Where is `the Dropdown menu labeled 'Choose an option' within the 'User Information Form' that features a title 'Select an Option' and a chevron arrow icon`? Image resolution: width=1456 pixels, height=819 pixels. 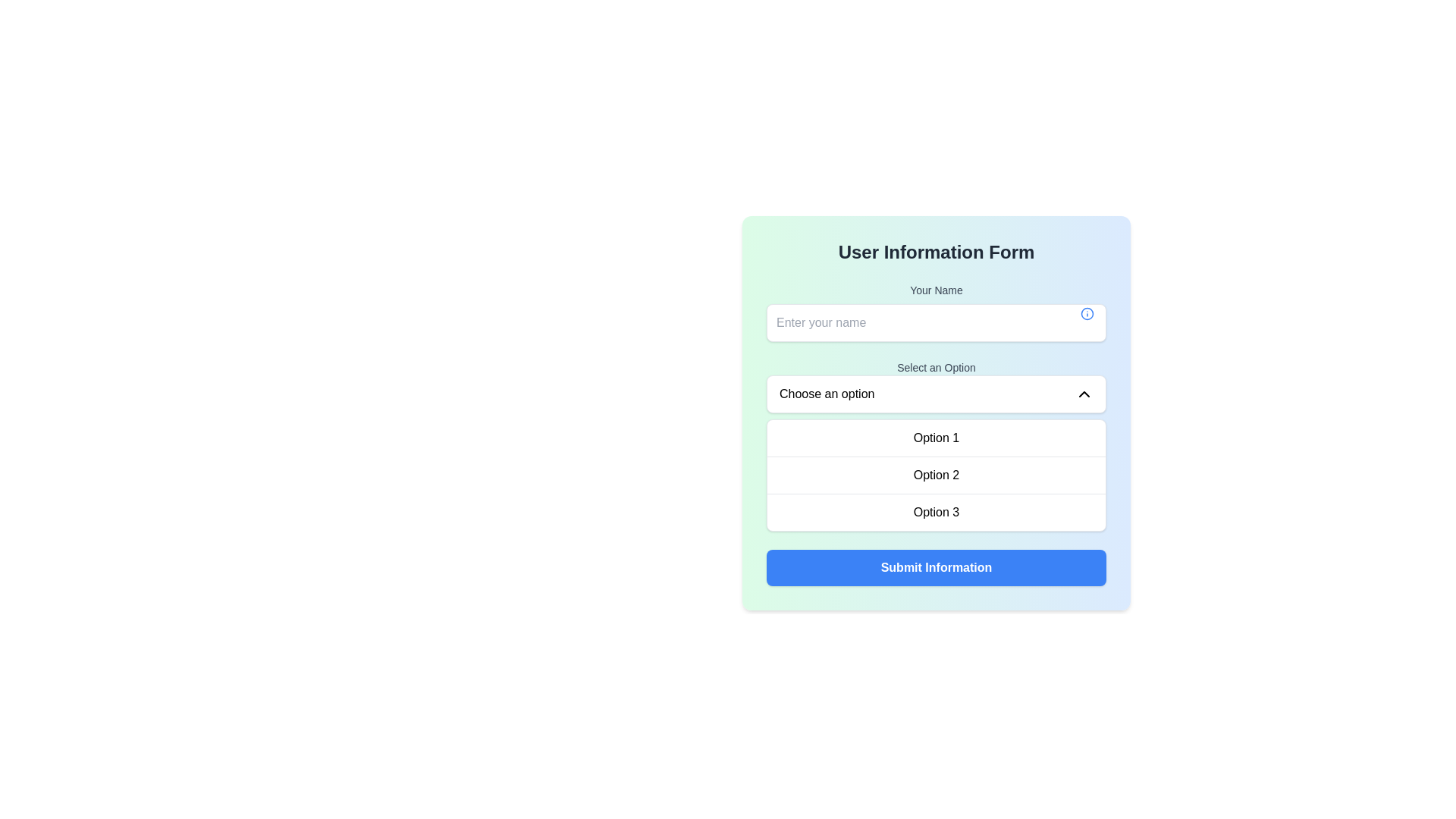 the Dropdown menu labeled 'Choose an option' within the 'User Information Form' that features a title 'Select an Option' and a chevron arrow icon is located at coordinates (935, 444).